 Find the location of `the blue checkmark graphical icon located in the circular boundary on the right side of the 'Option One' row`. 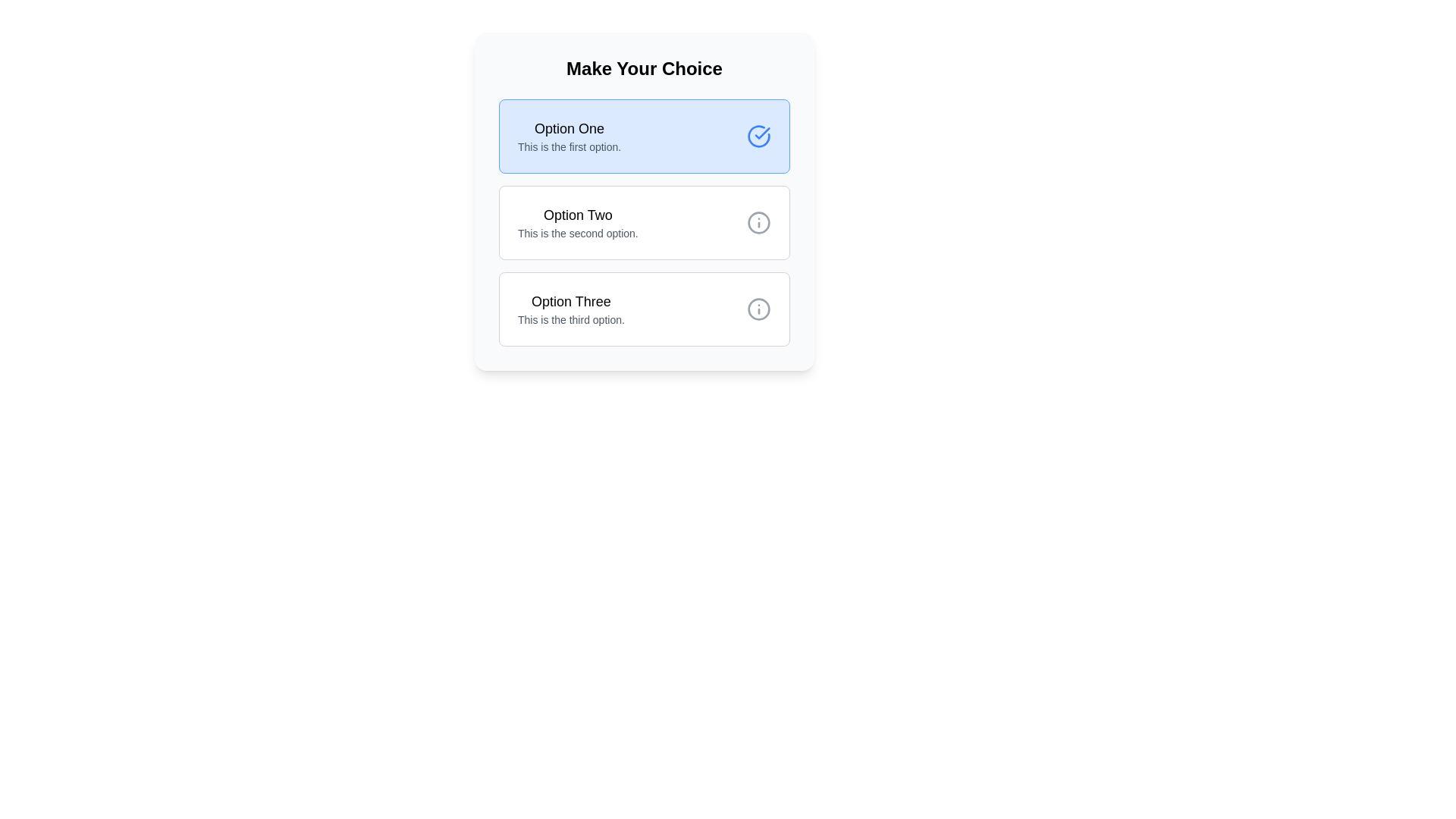

the blue checkmark graphical icon located in the circular boundary on the right side of the 'Option One' row is located at coordinates (762, 133).